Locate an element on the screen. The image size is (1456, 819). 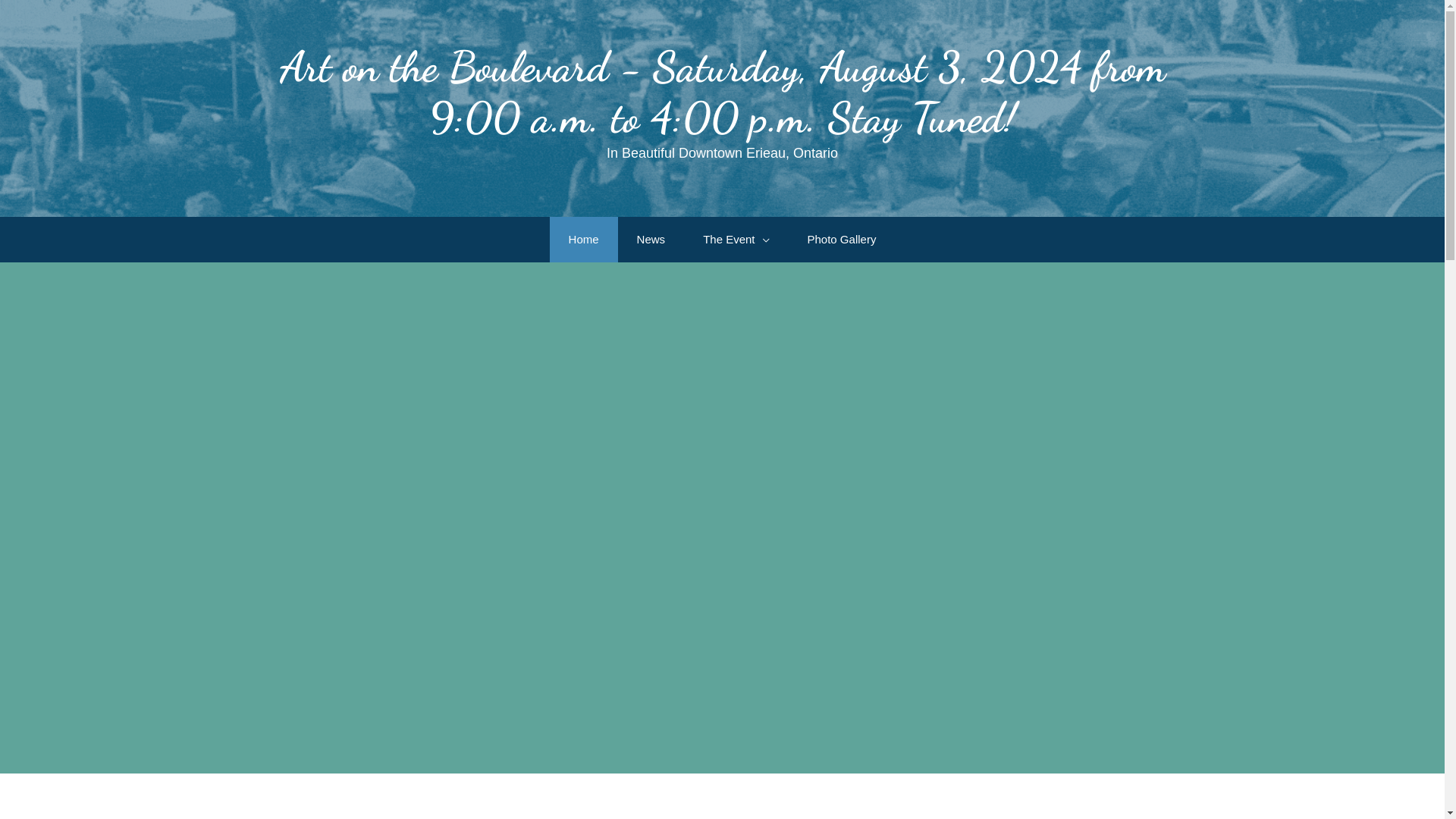
'Photo Gallery' is located at coordinates (841, 239).